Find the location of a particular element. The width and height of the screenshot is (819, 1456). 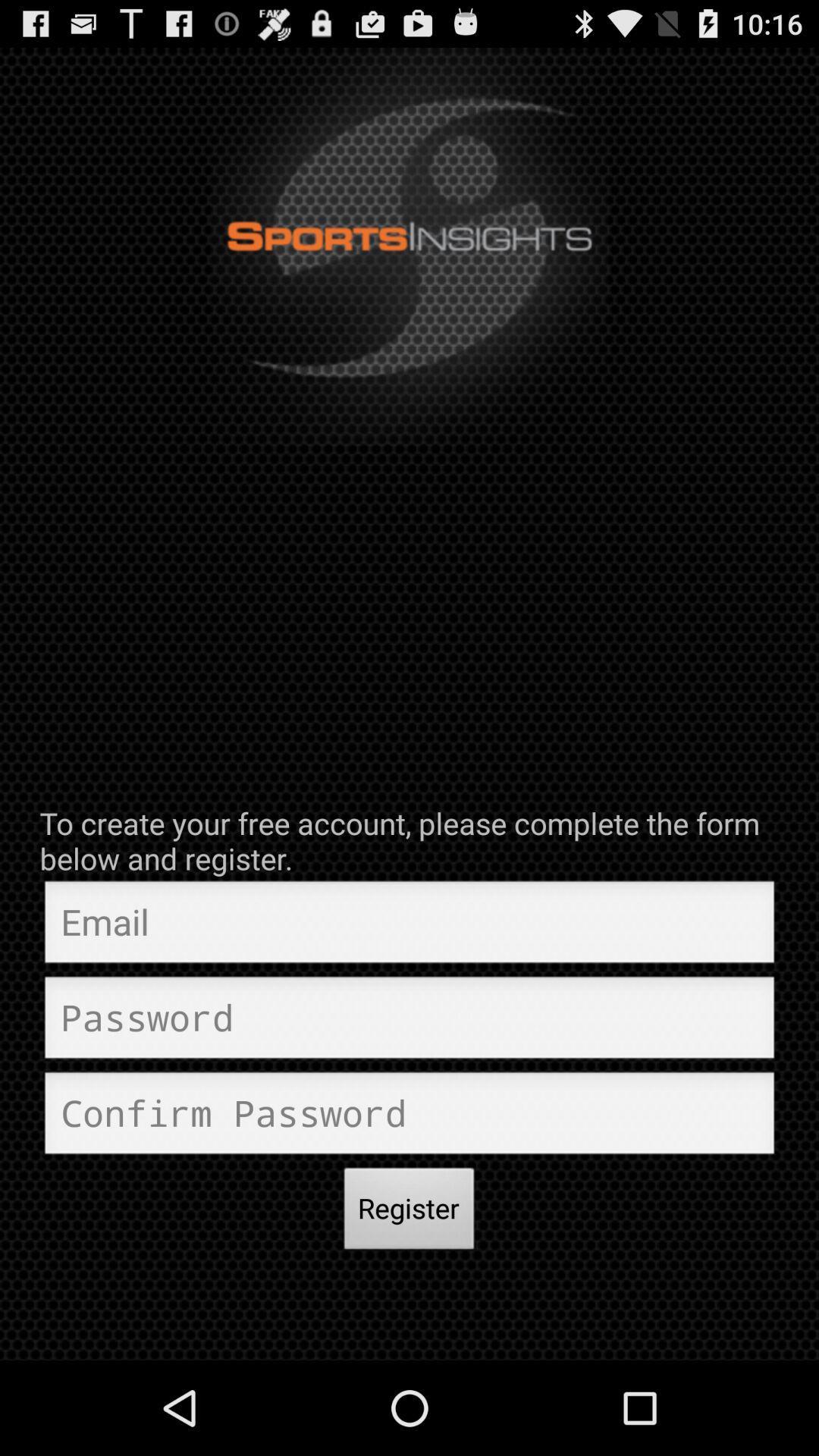

password is located at coordinates (409, 1021).